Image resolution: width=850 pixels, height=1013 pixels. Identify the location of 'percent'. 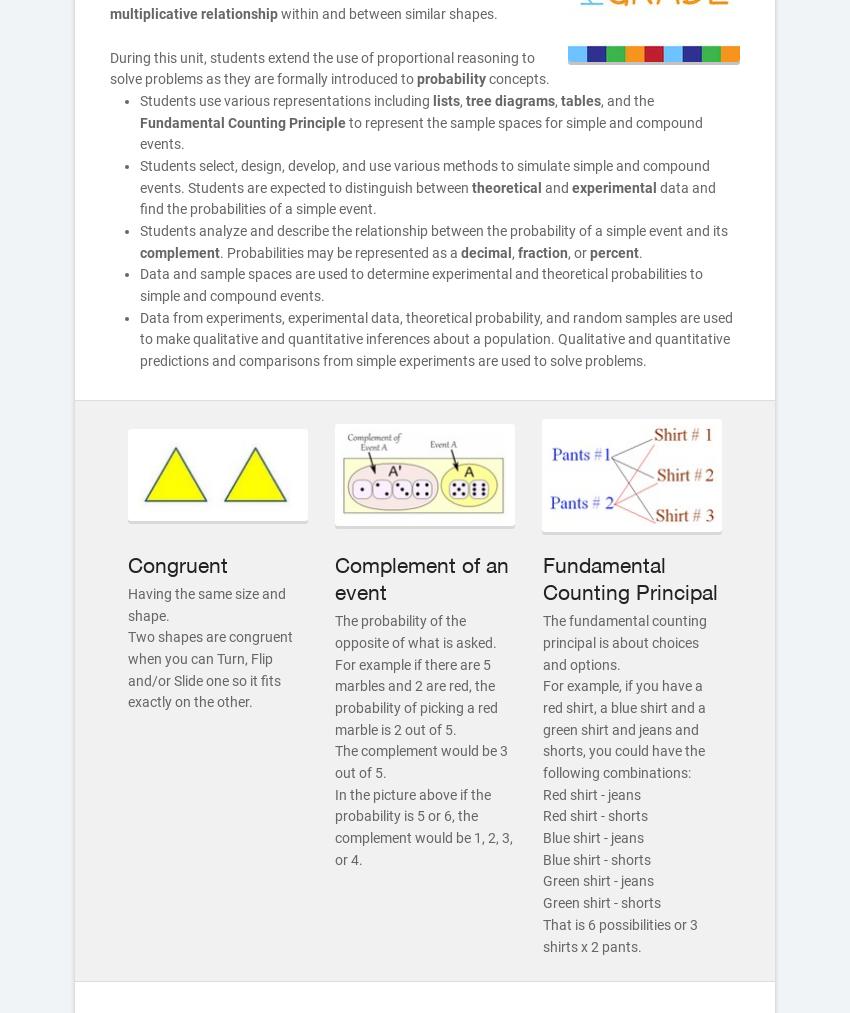
(613, 251).